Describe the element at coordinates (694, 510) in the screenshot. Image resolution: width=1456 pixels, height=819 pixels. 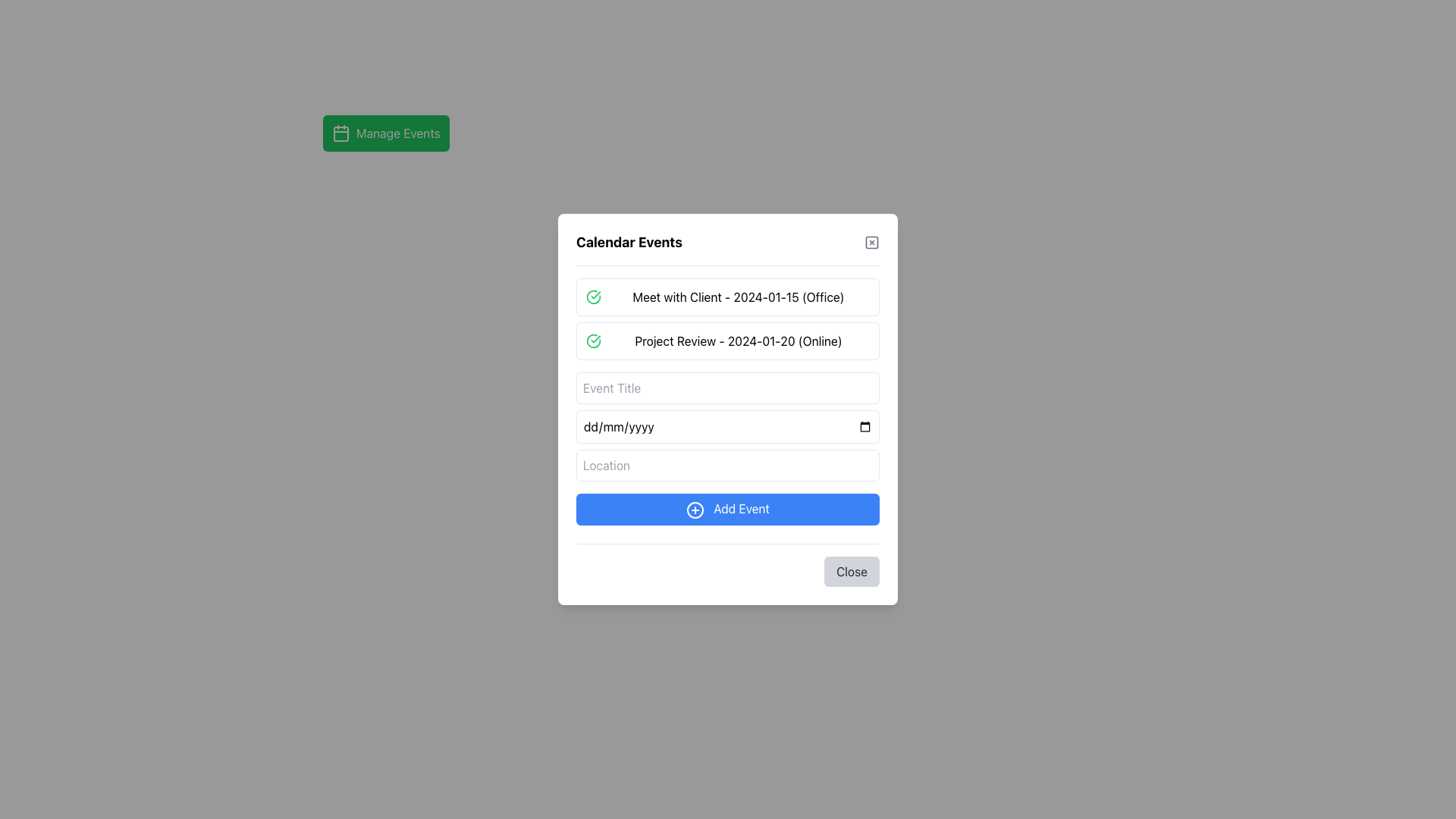
I see `the icon within the blue 'Add Event' button, which signifies the action of adding an event` at that location.